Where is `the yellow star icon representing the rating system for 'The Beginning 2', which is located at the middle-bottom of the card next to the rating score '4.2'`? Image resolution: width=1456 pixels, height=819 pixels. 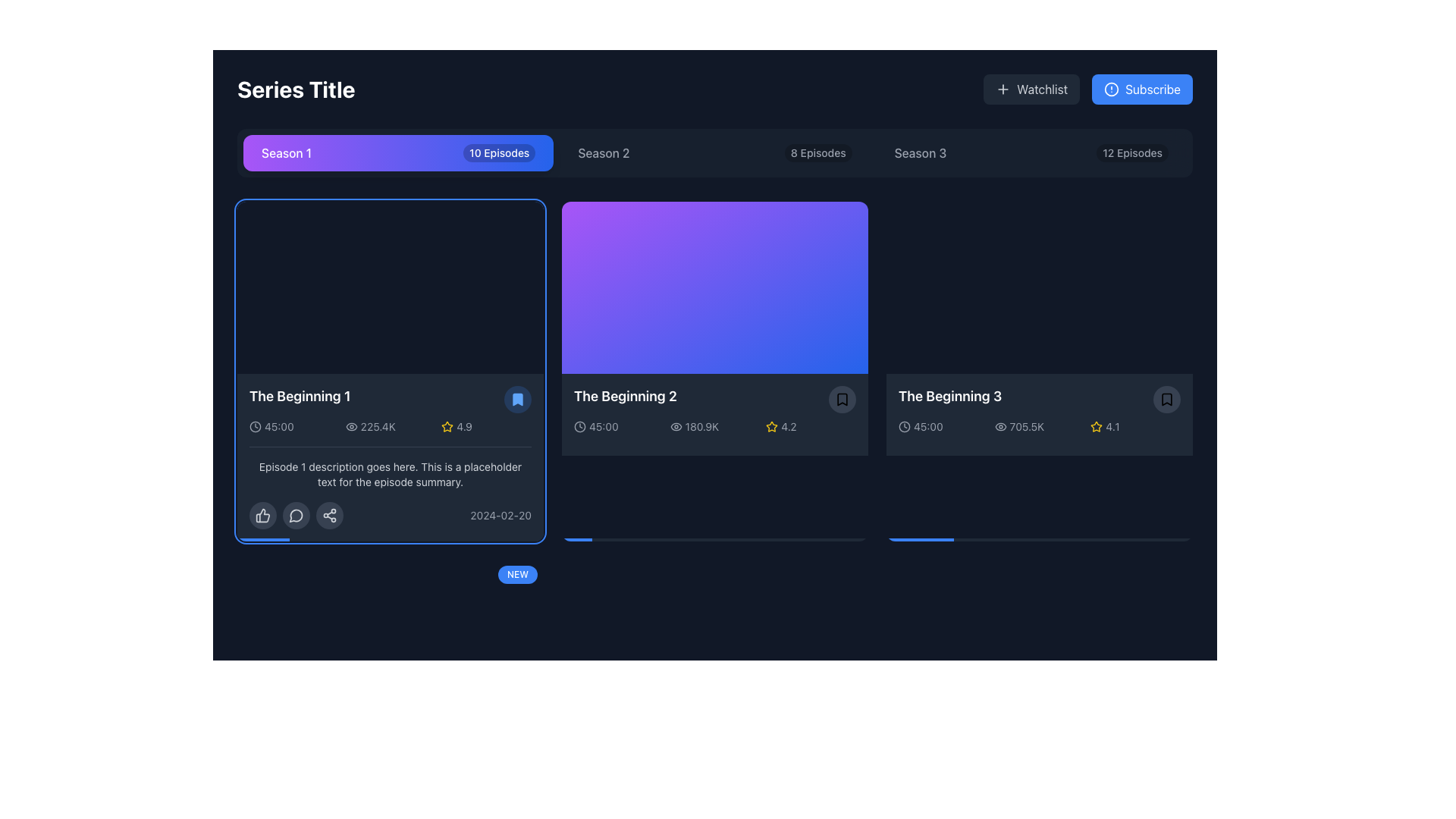
the yellow star icon representing the rating system for 'The Beginning 2', which is located at the middle-bottom of the card next to the rating score '4.2' is located at coordinates (772, 427).